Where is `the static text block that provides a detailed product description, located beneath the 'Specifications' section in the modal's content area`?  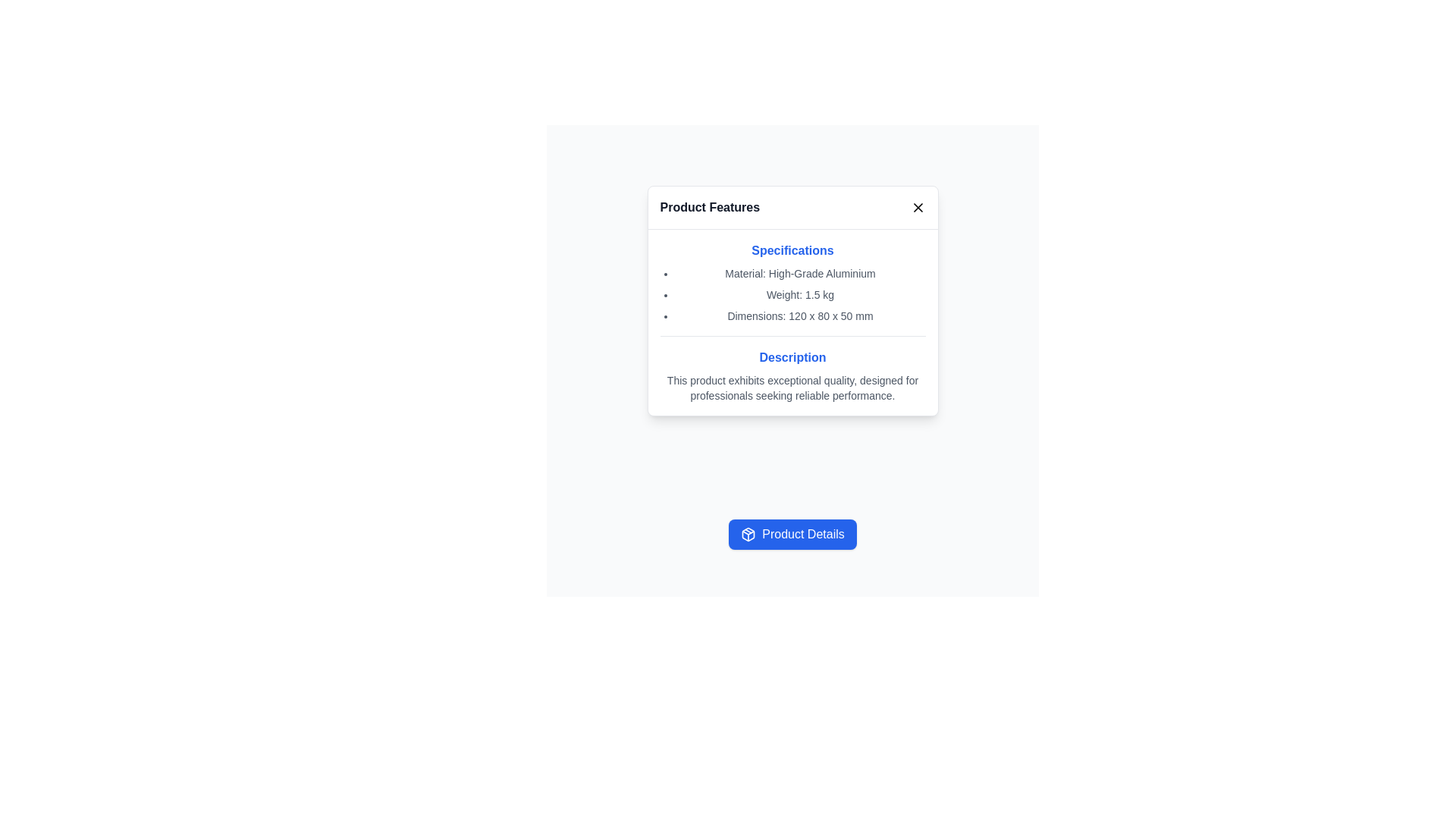 the static text block that provides a detailed product description, located beneath the 'Specifications' section in the modal's content area is located at coordinates (792, 369).